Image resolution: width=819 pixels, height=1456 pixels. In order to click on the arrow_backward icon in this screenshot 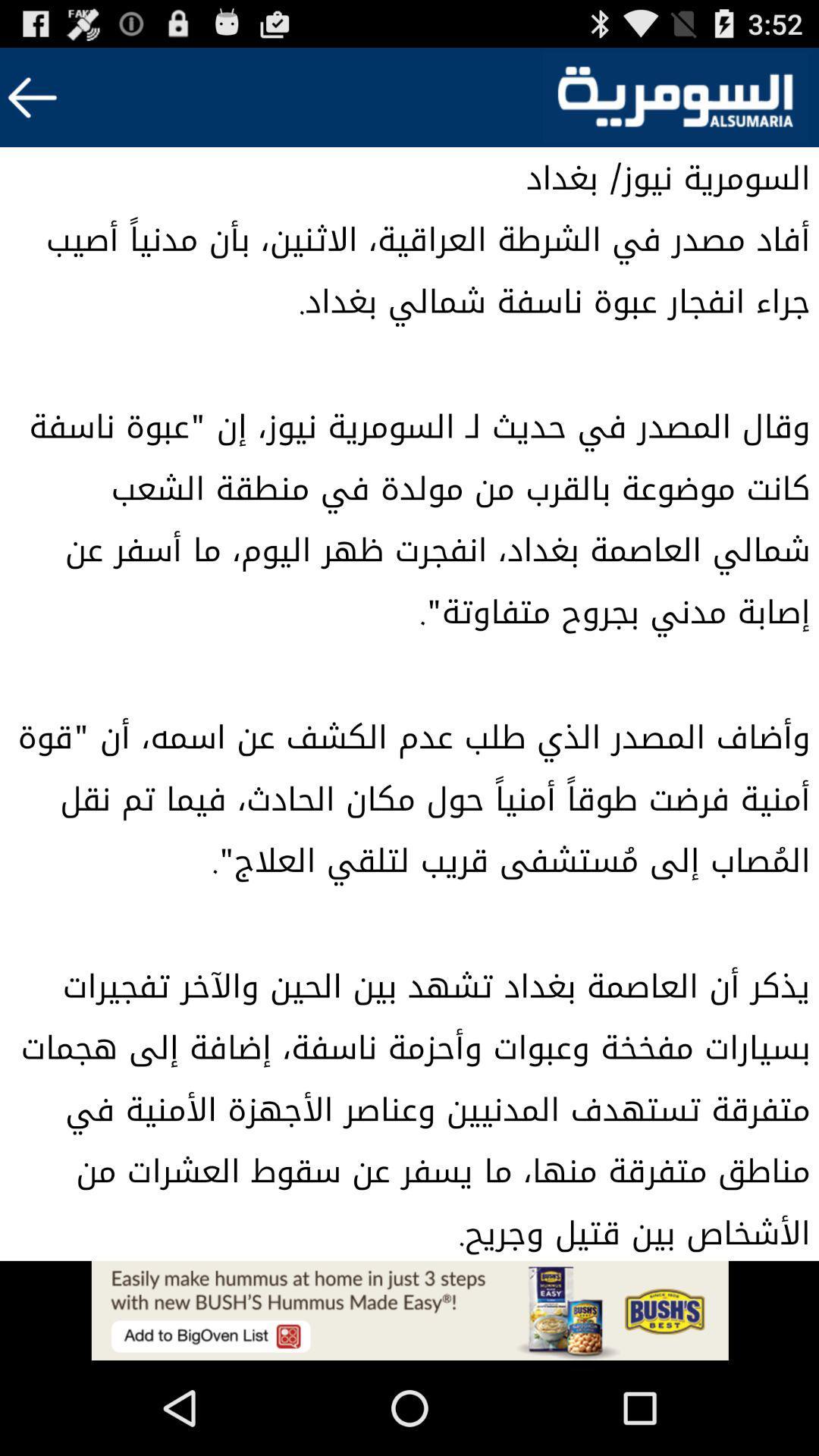, I will do `click(33, 103)`.